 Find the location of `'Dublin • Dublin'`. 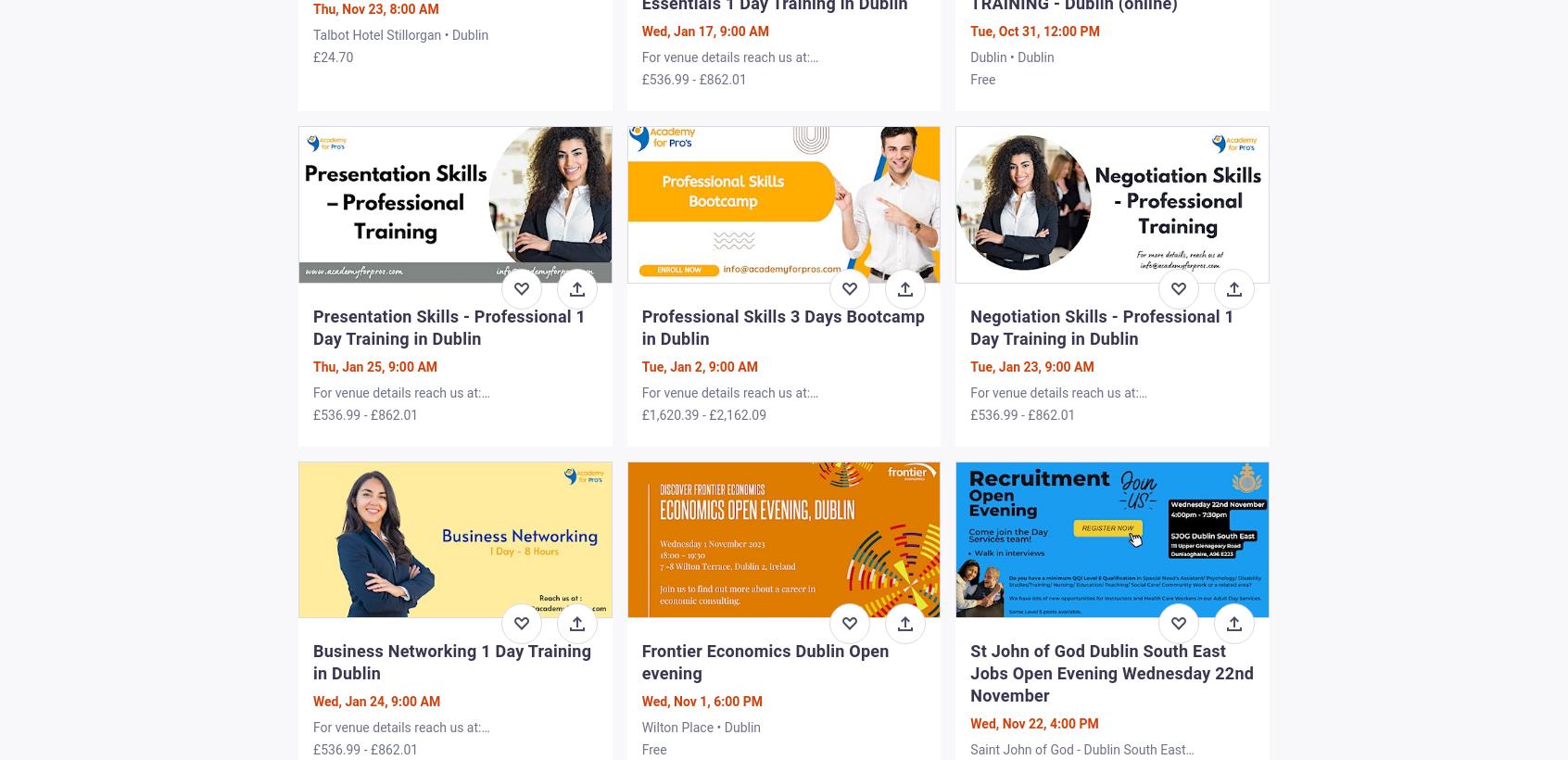

'Dublin • Dublin' is located at coordinates (1012, 57).